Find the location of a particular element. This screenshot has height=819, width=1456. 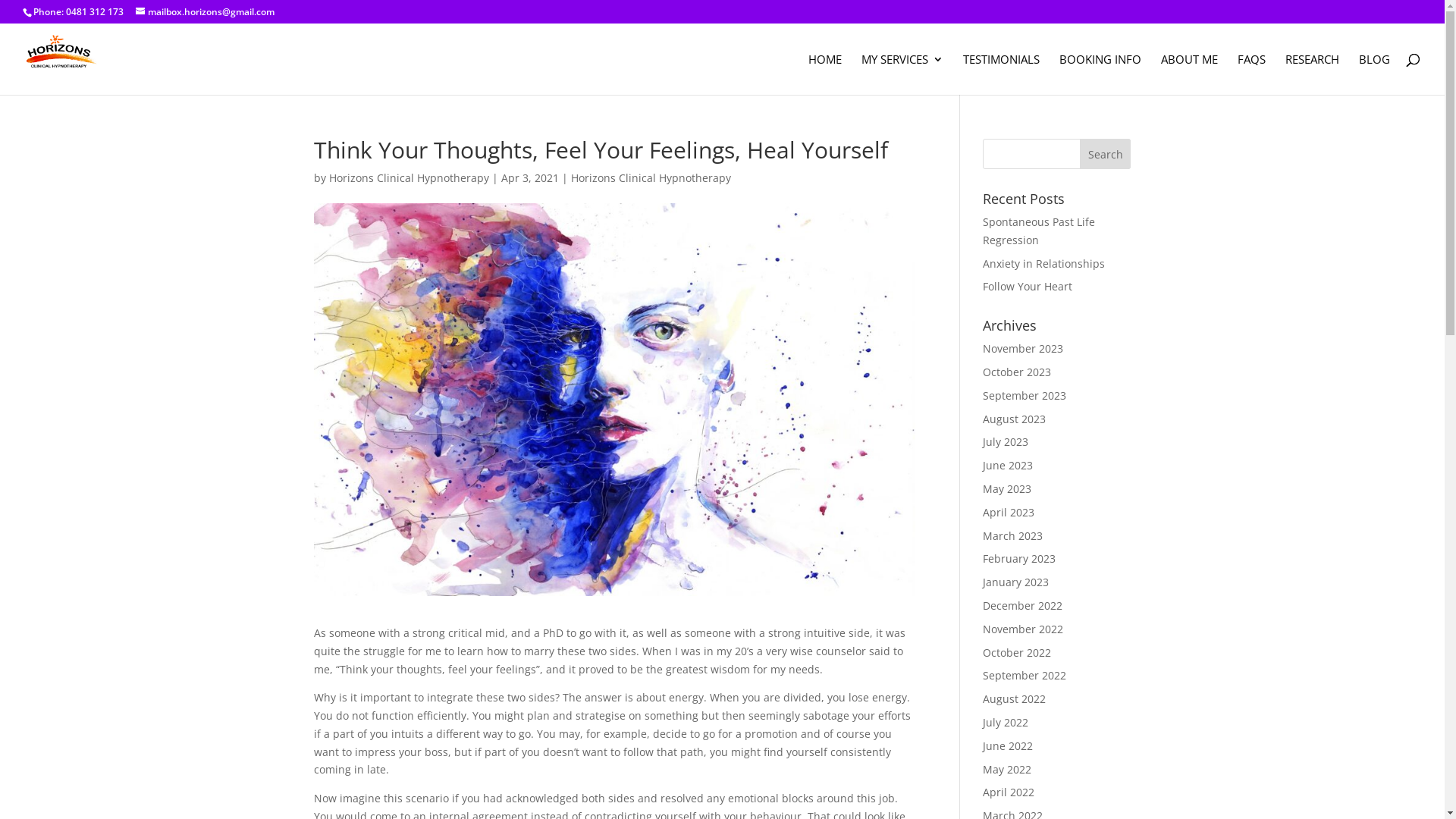

'February 2023' is located at coordinates (1019, 558).